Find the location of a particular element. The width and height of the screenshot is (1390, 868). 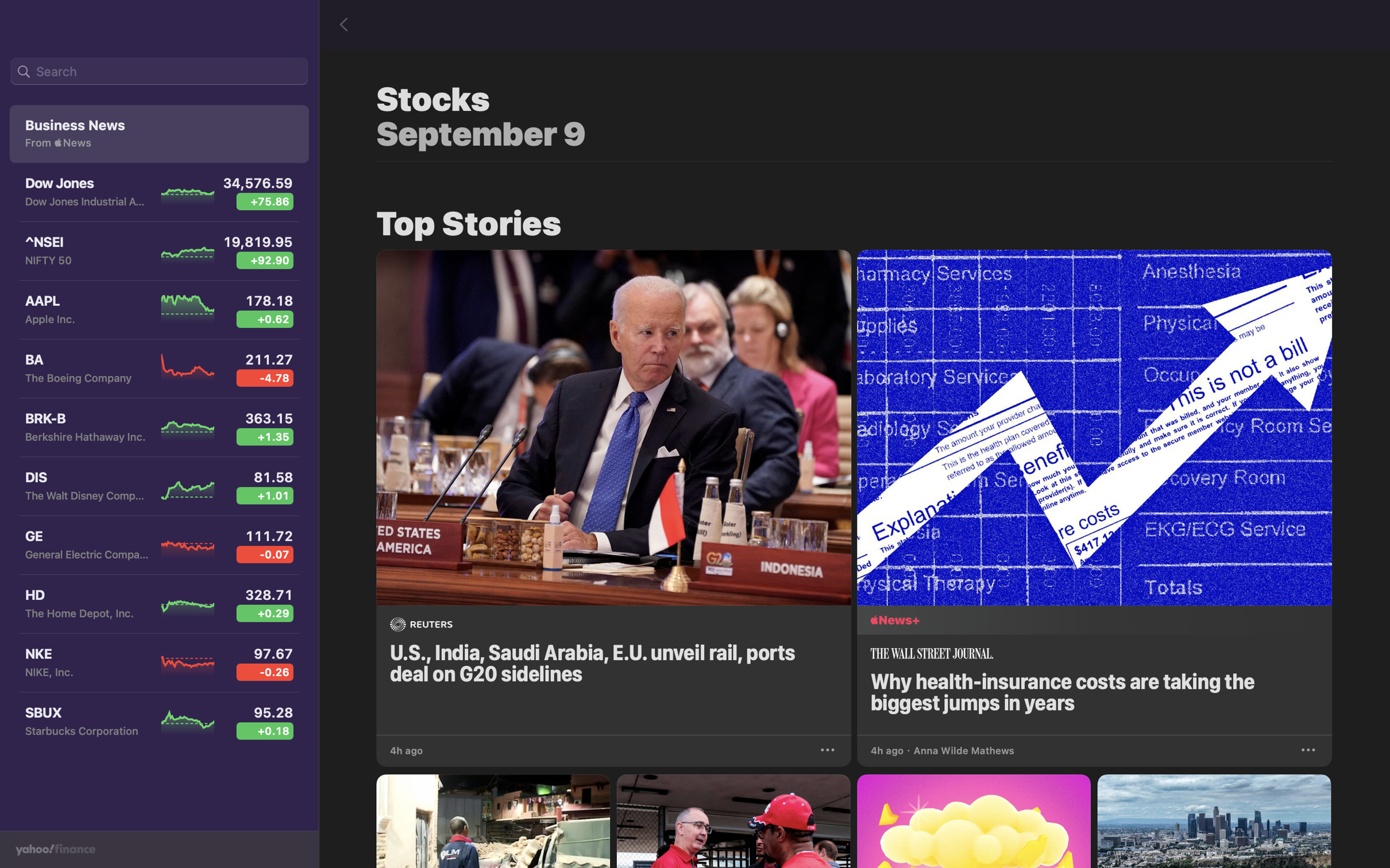

Look for the "Berkshire Hathway" stock by entering it into the search bar is located at coordinates (159, 72).